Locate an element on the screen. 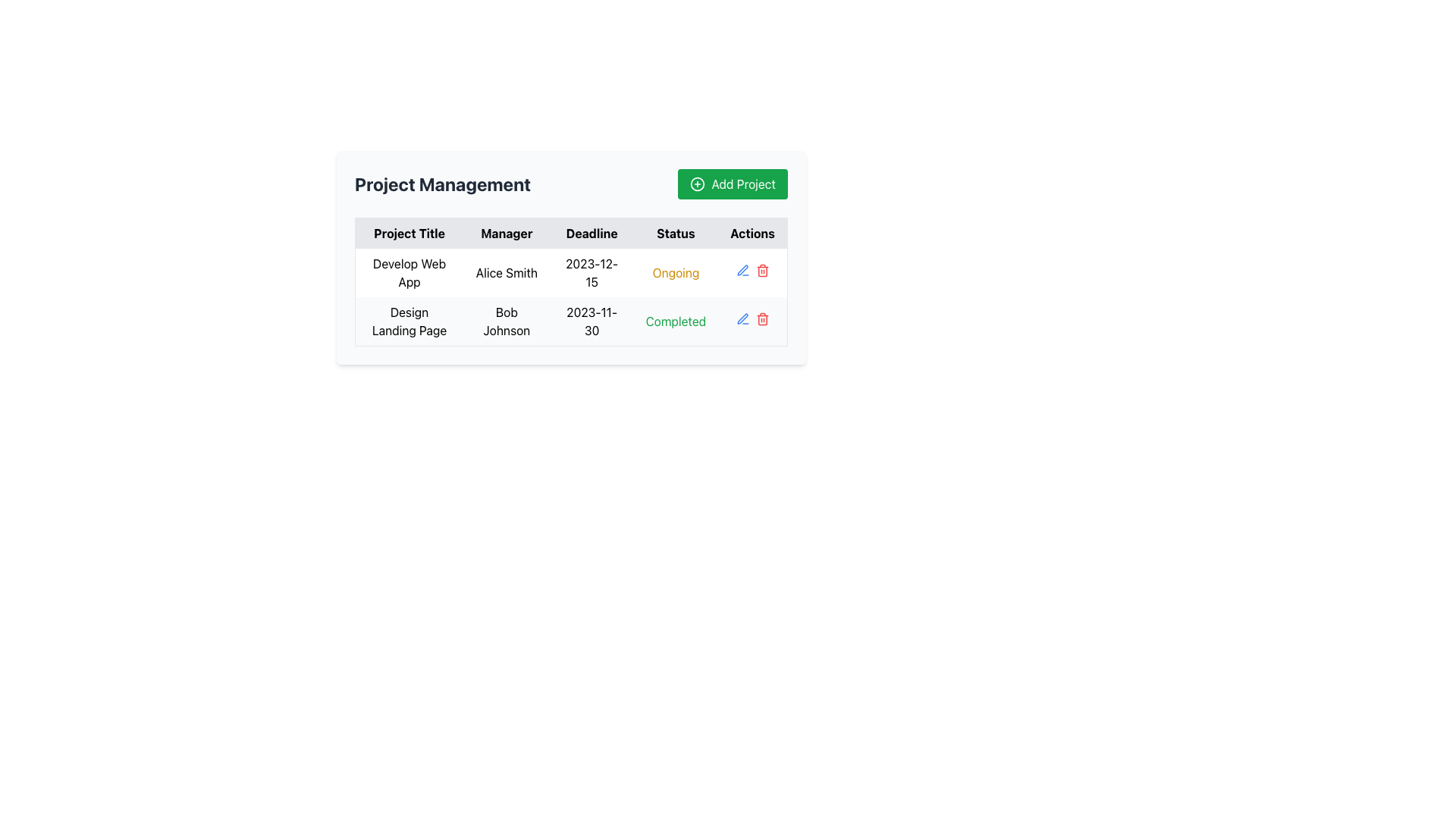  the text label reading 'Design Landing Page' located in the second row of the 'Project Title' column is located at coordinates (409, 321).